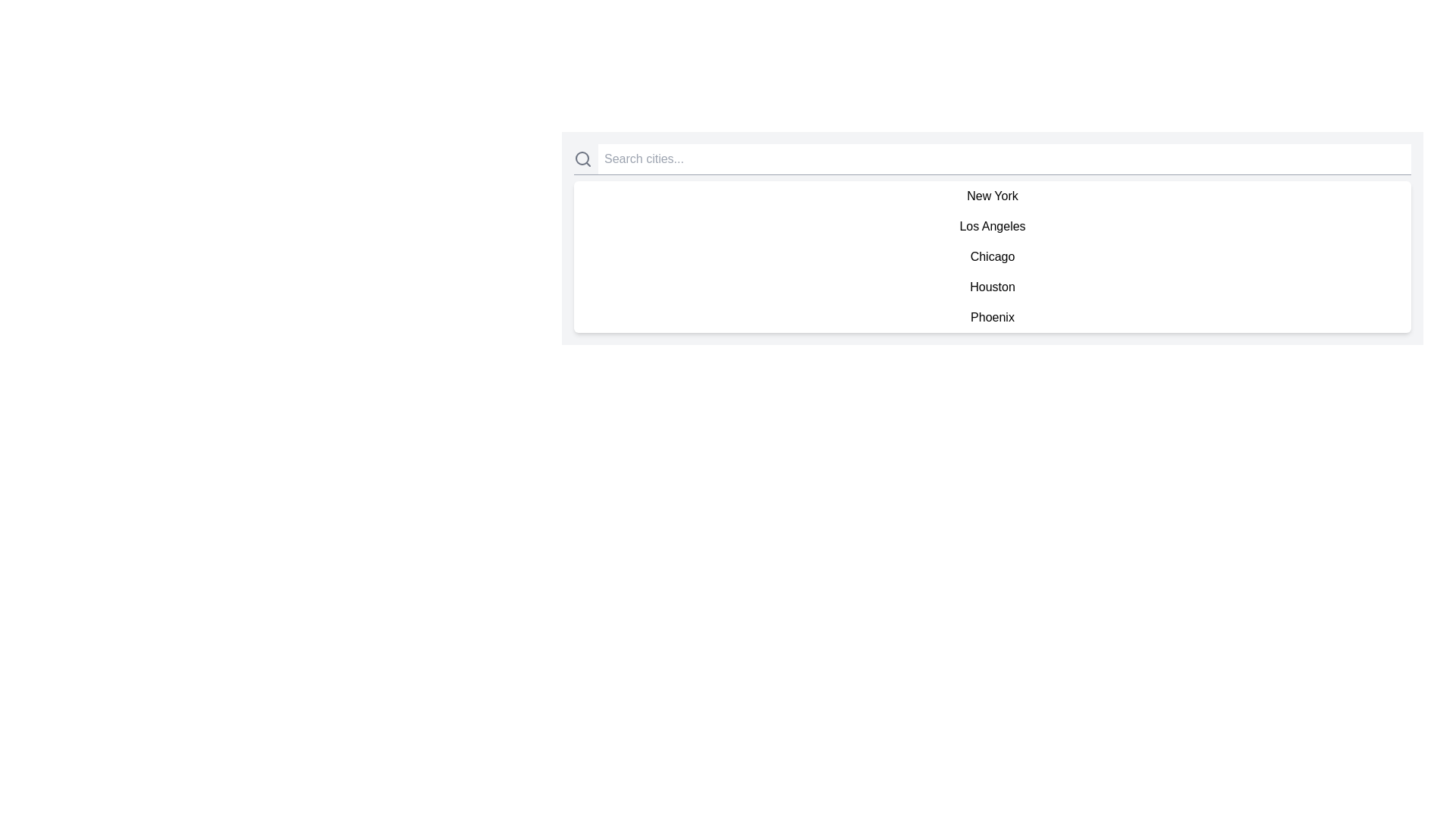  I want to click on the text label displaying 'Los Angeles', so click(993, 227).